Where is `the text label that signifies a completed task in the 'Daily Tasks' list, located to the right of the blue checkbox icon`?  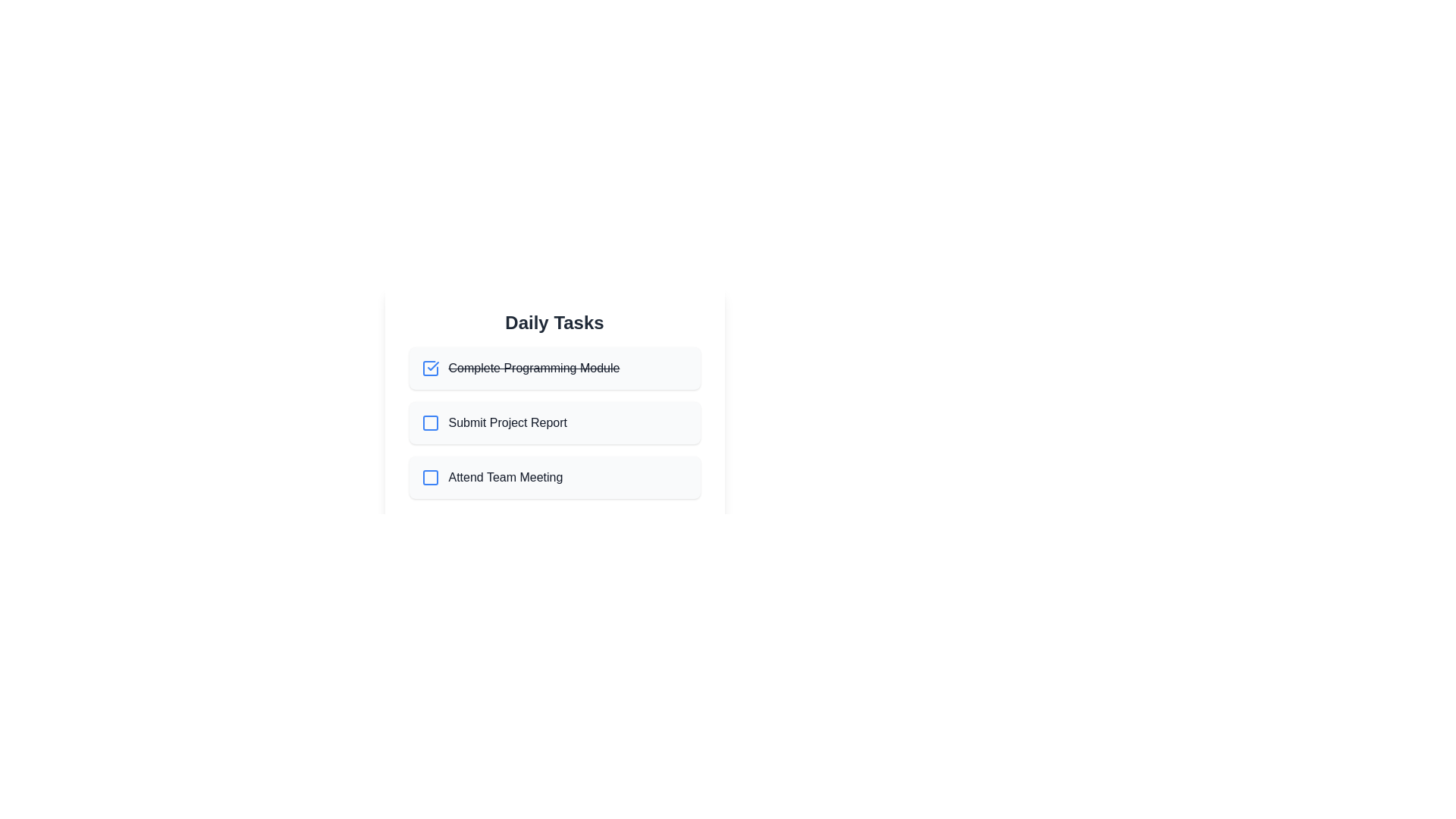 the text label that signifies a completed task in the 'Daily Tasks' list, located to the right of the blue checkbox icon is located at coordinates (534, 369).